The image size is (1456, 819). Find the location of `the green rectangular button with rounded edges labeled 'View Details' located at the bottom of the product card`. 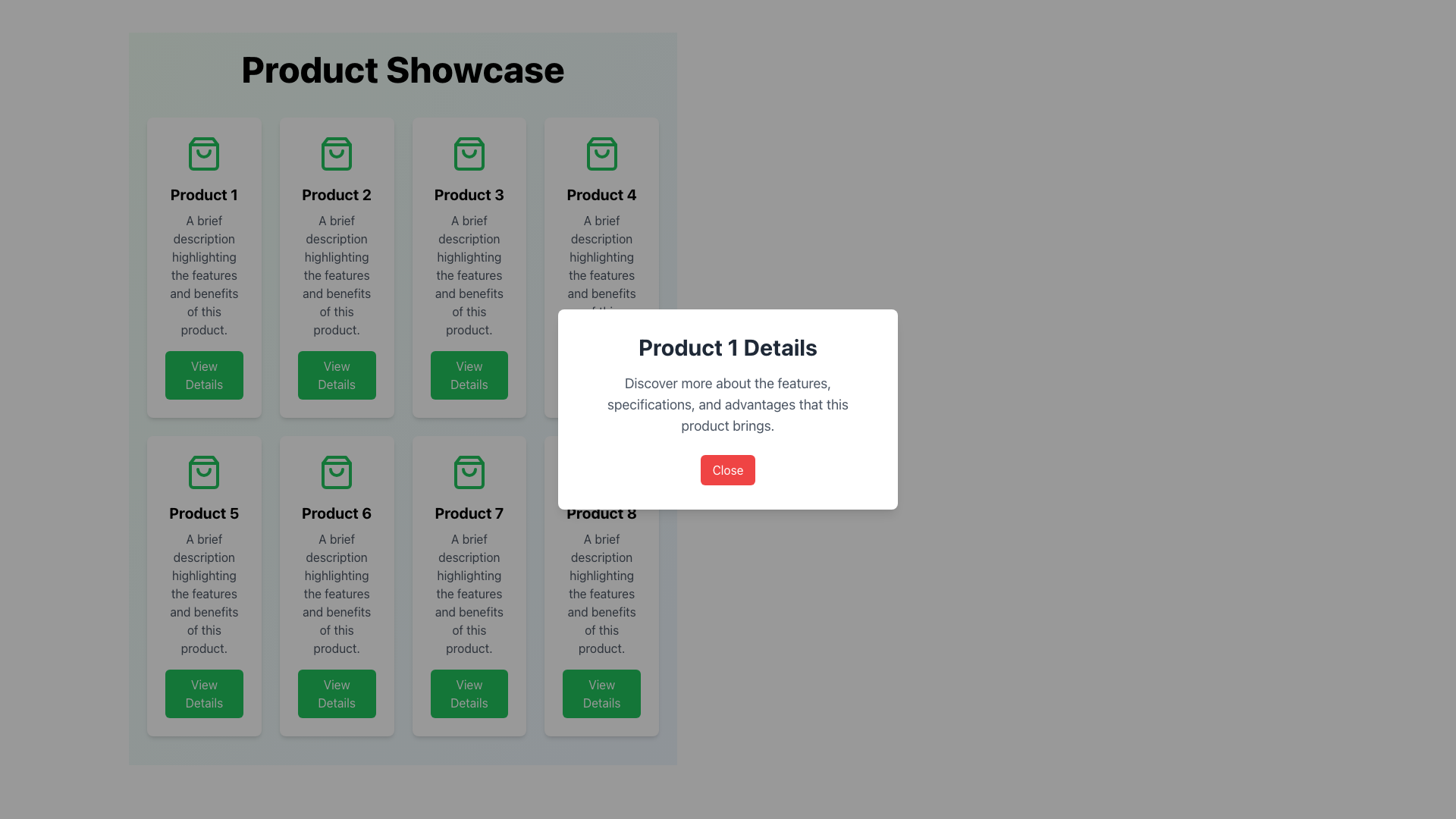

the green rectangular button with rounded edges labeled 'View Details' located at the bottom of the product card is located at coordinates (203, 375).